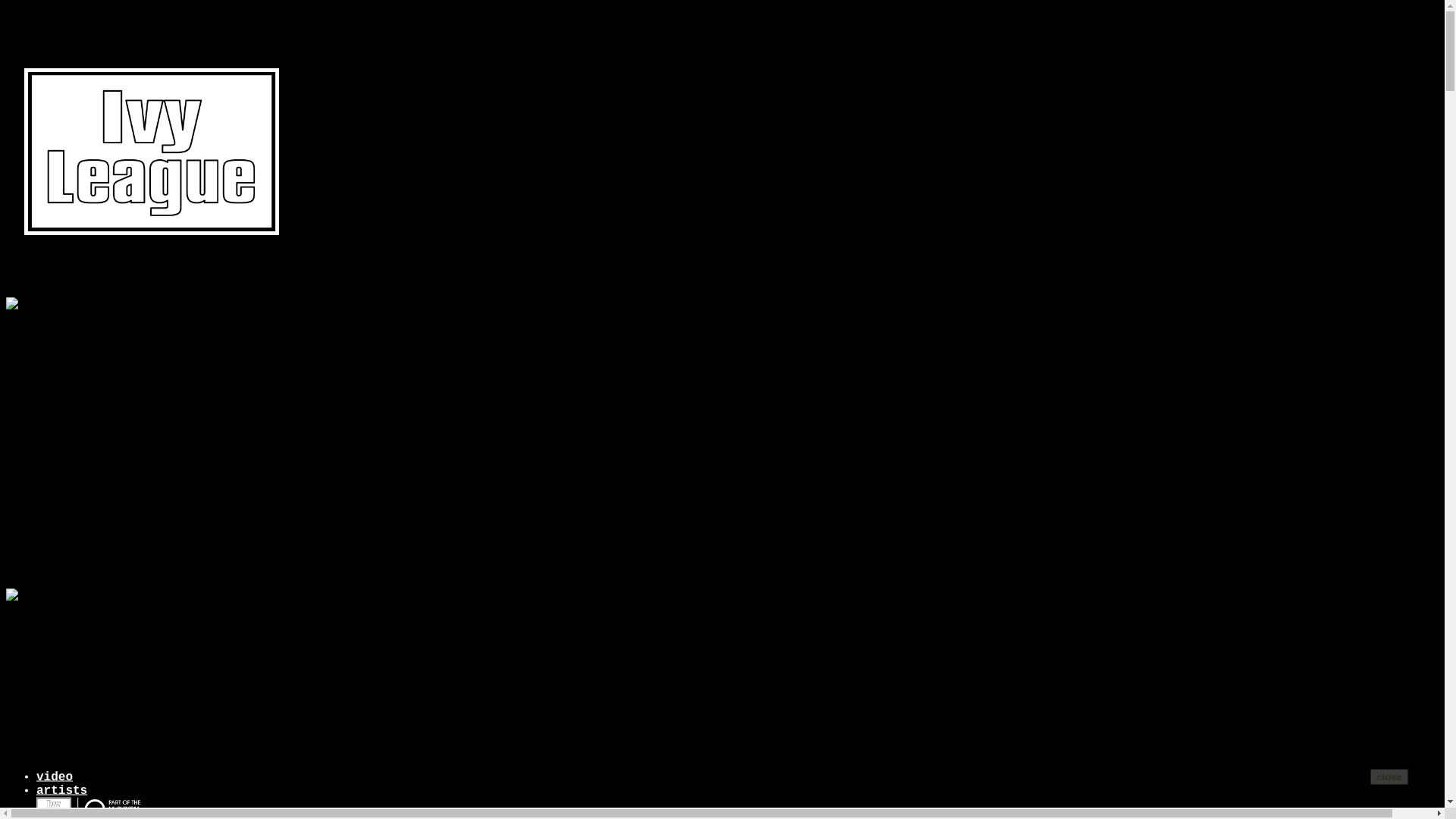 Image resolution: width=1456 pixels, height=819 pixels. What do you see at coordinates (55, 777) in the screenshot?
I see `'video'` at bounding box center [55, 777].